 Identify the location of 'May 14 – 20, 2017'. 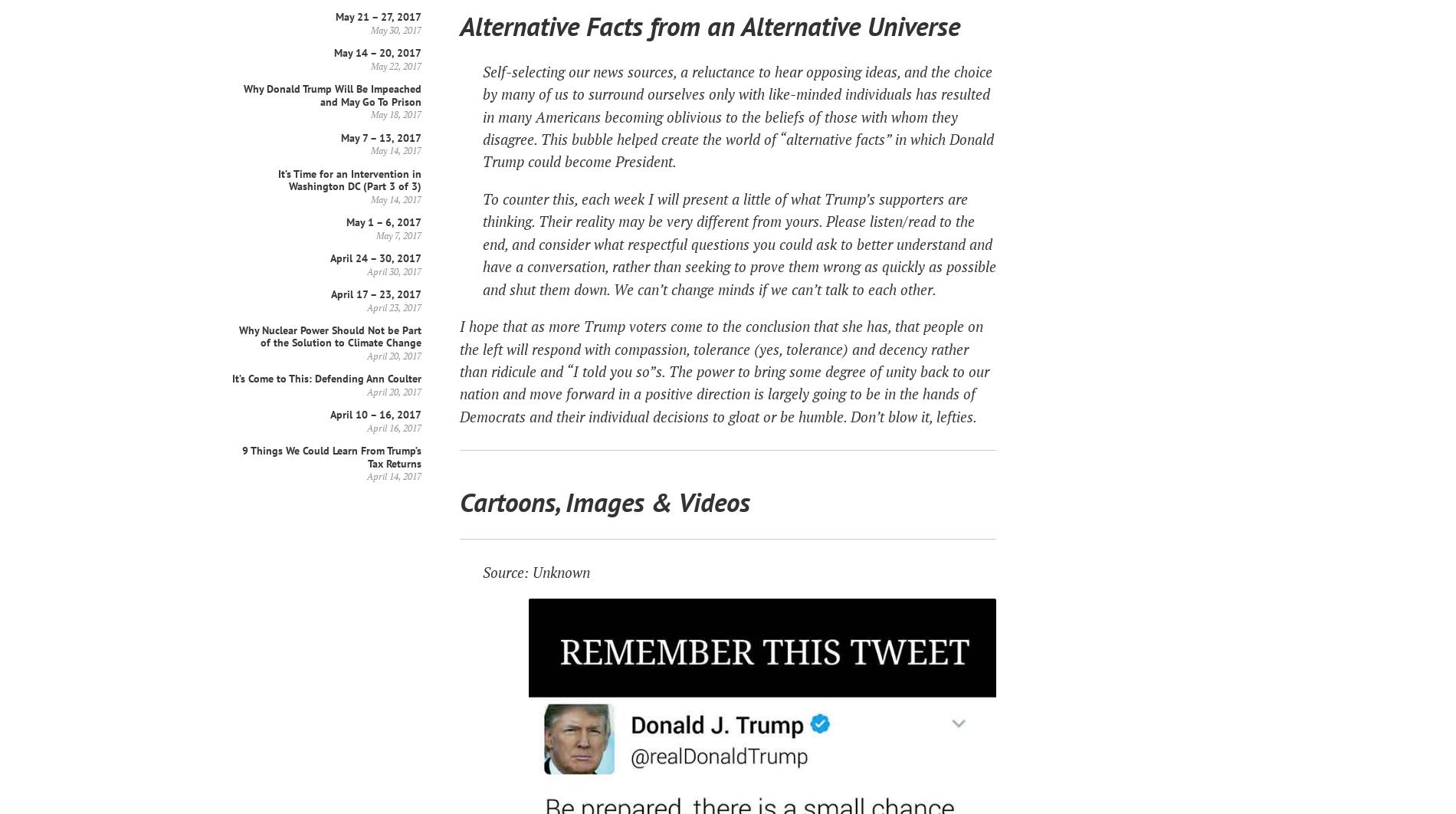
(378, 52).